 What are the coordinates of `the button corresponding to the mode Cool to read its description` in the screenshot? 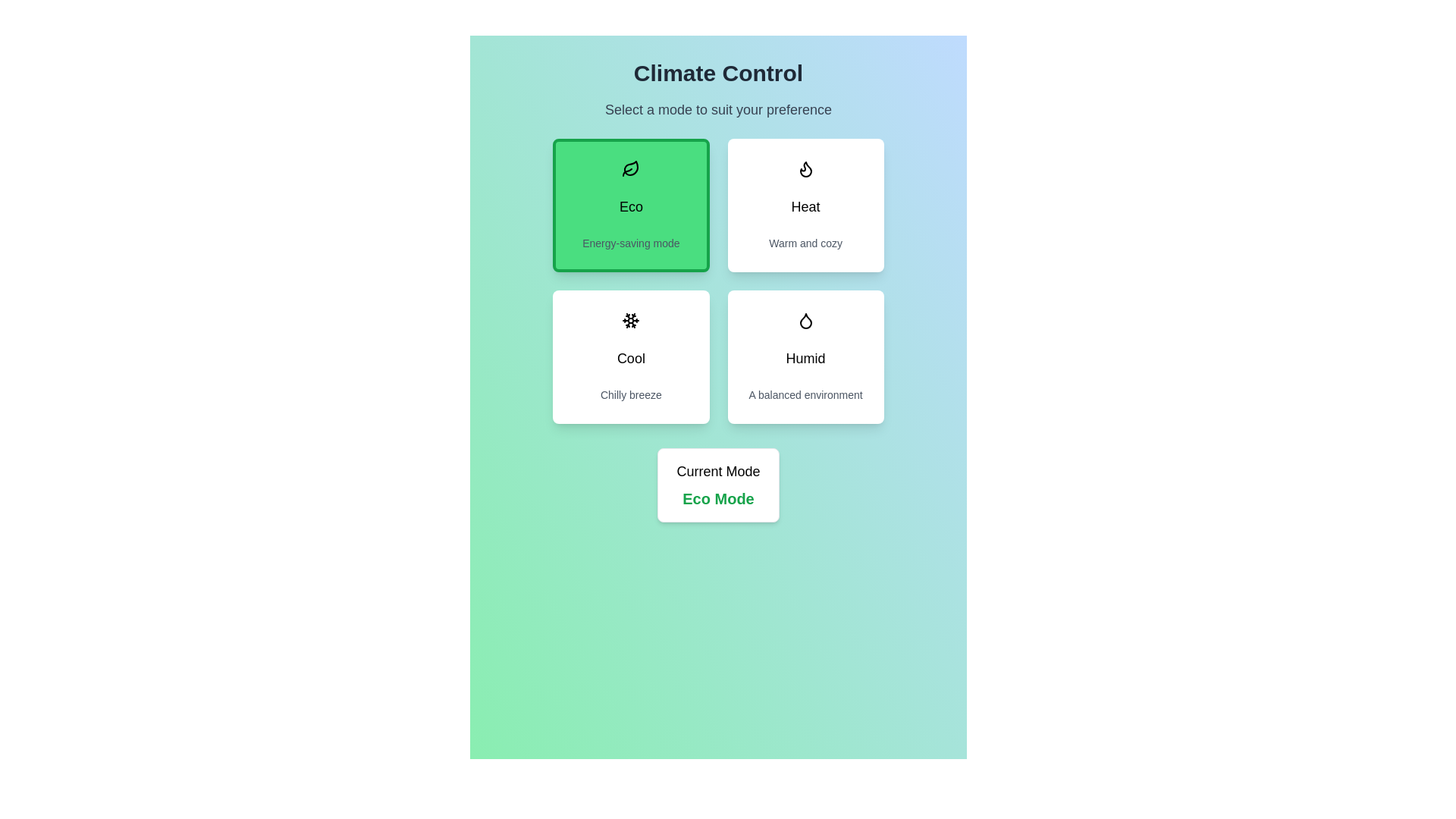 It's located at (631, 356).